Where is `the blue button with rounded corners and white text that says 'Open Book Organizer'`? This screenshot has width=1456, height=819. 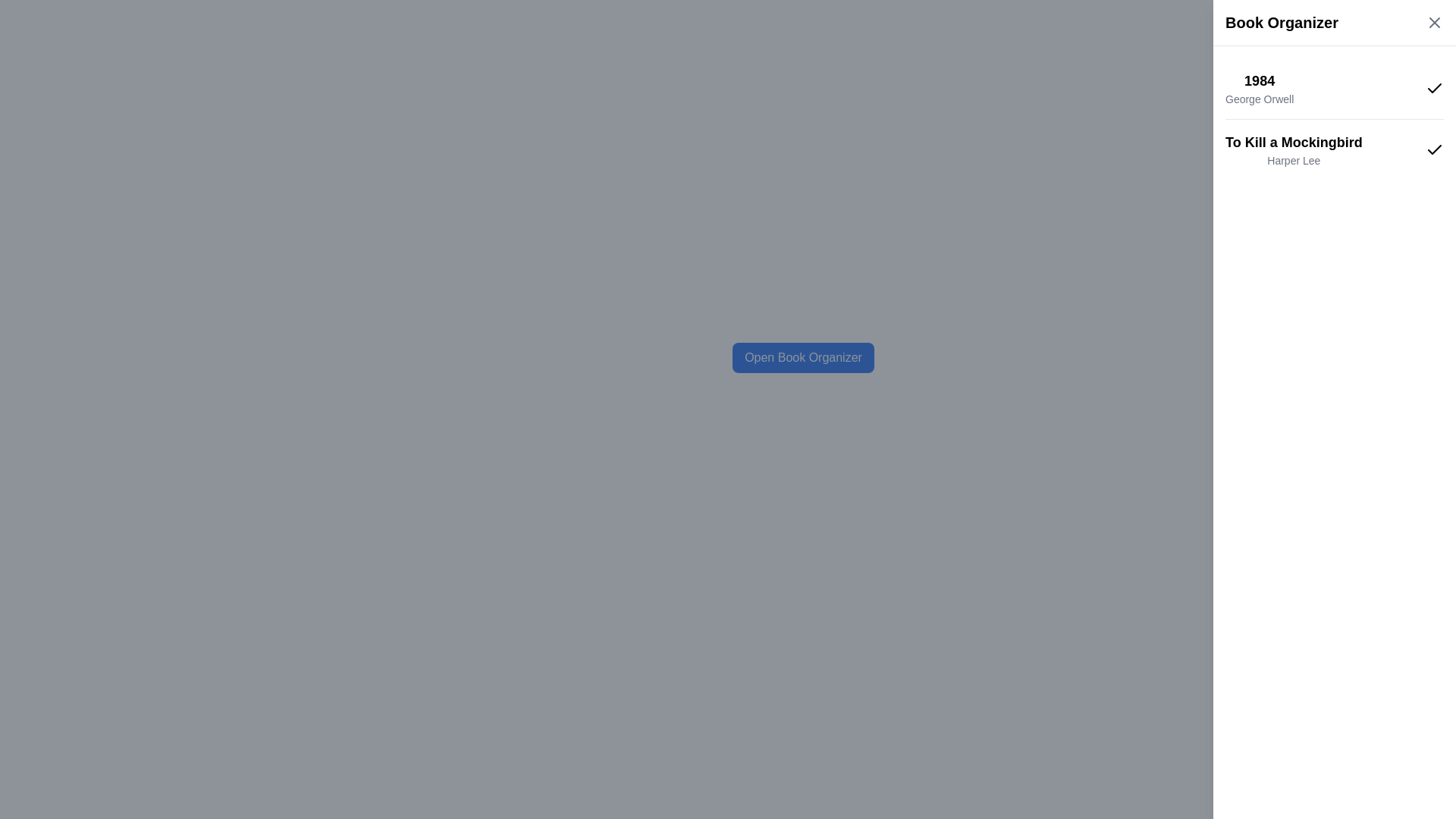
the blue button with rounded corners and white text that says 'Open Book Organizer' is located at coordinates (802, 357).